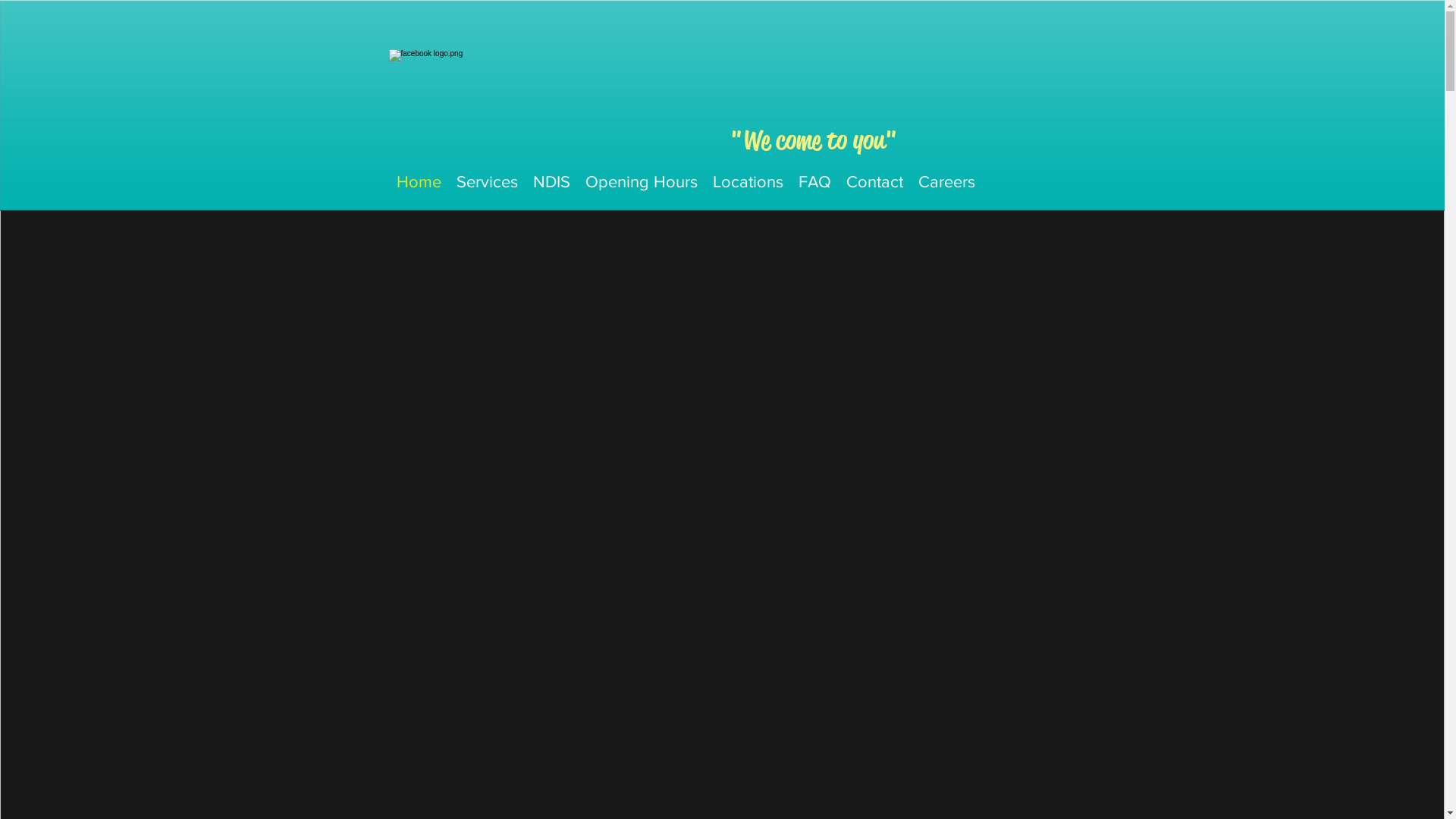 This screenshot has height=819, width=1456. I want to click on 'Contact', so click(874, 180).